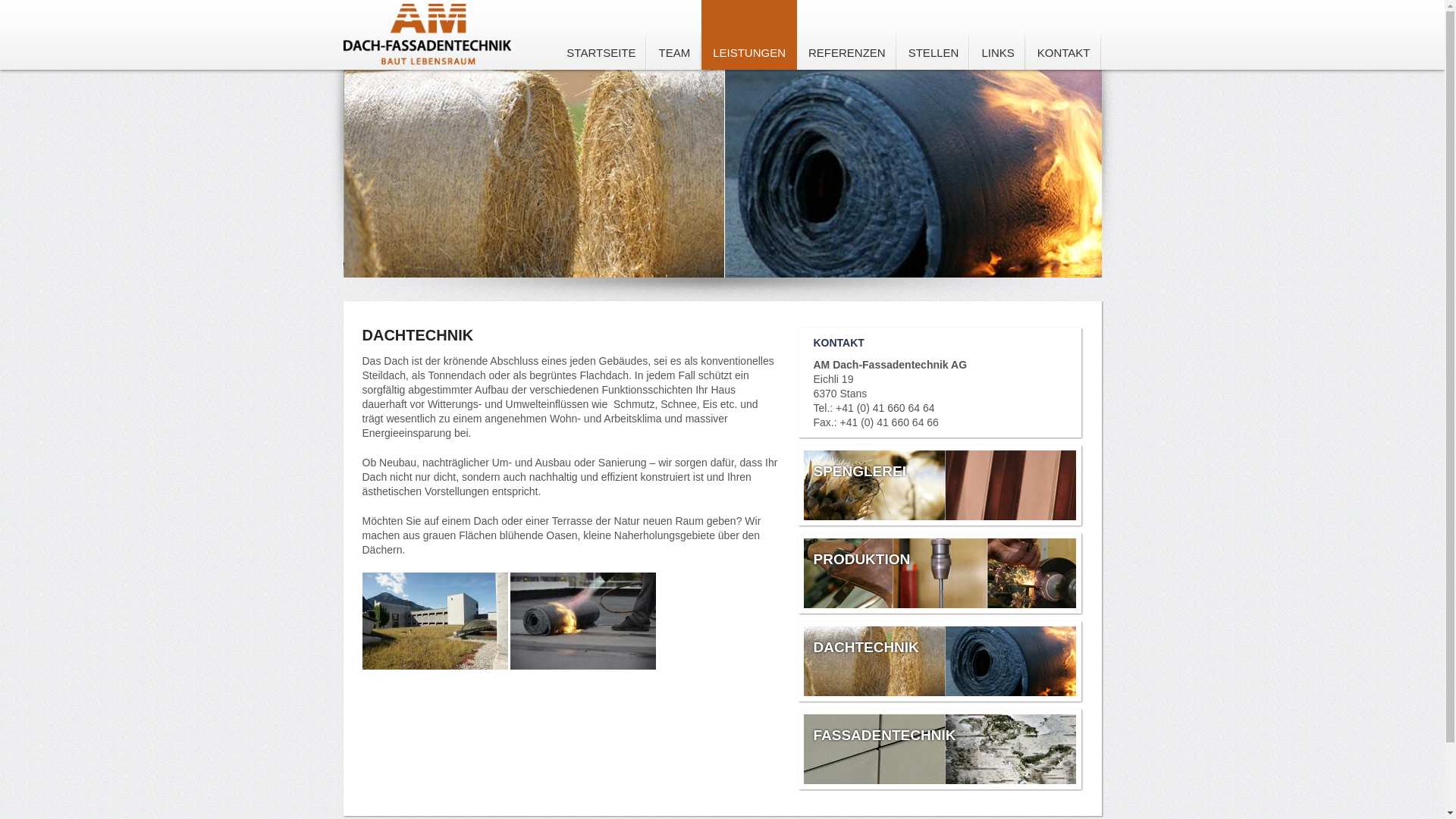 The image size is (1456, 819). What do you see at coordinates (600, 34) in the screenshot?
I see `'STARTSEITE'` at bounding box center [600, 34].